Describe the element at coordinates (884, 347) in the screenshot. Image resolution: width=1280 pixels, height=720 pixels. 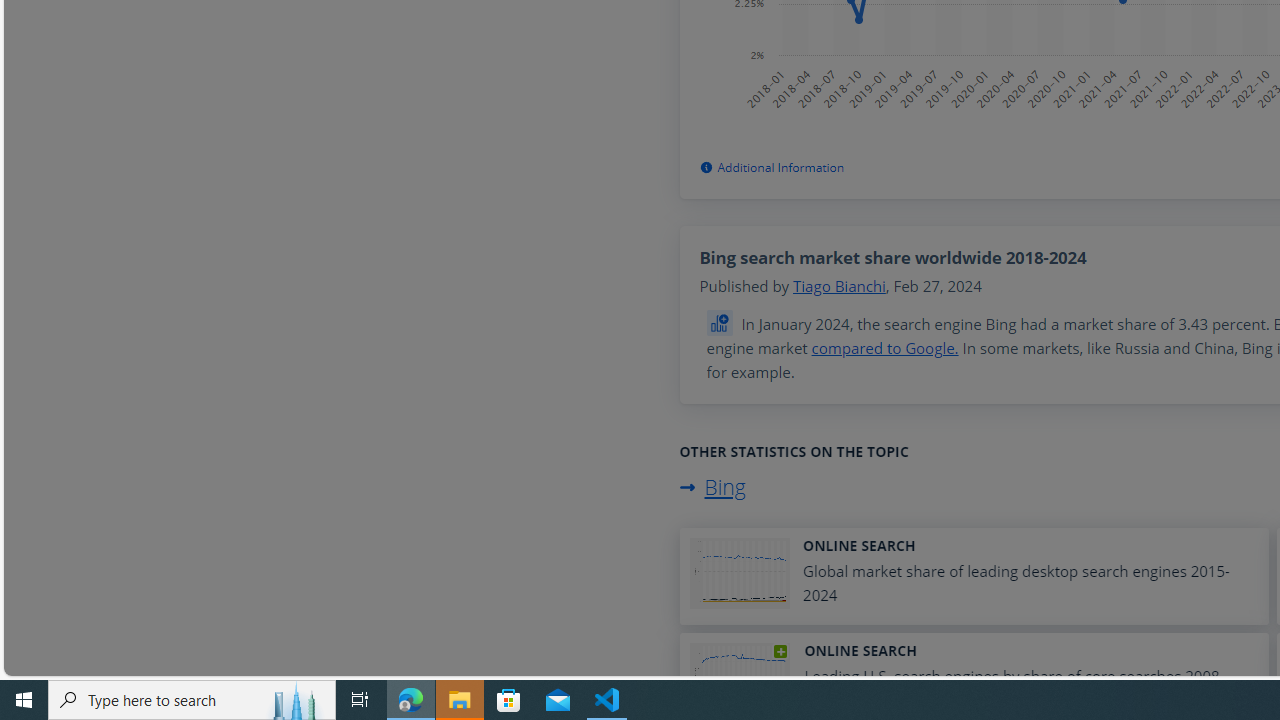
I see `'compared to Google.'` at that location.